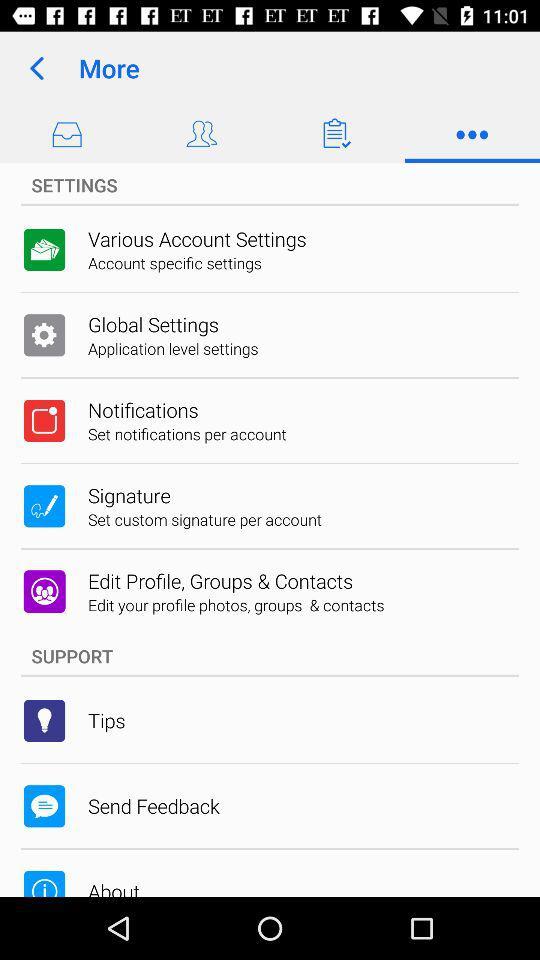  What do you see at coordinates (204, 518) in the screenshot?
I see `the item below the signature icon` at bounding box center [204, 518].